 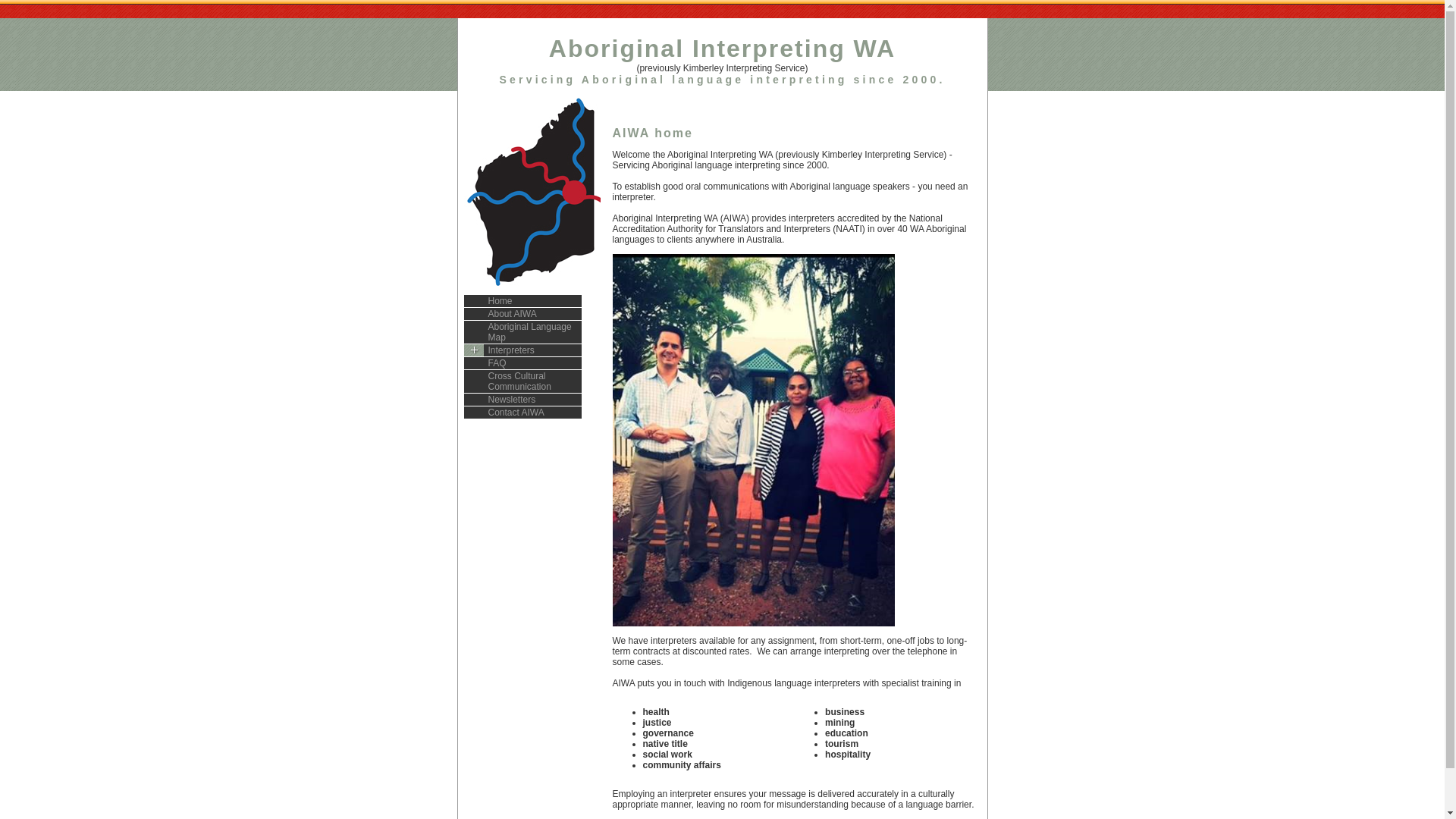 What do you see at coordinates (463, 399) in the screenshot?
I see `'Newsletters'` at bounding box center [463, 399].